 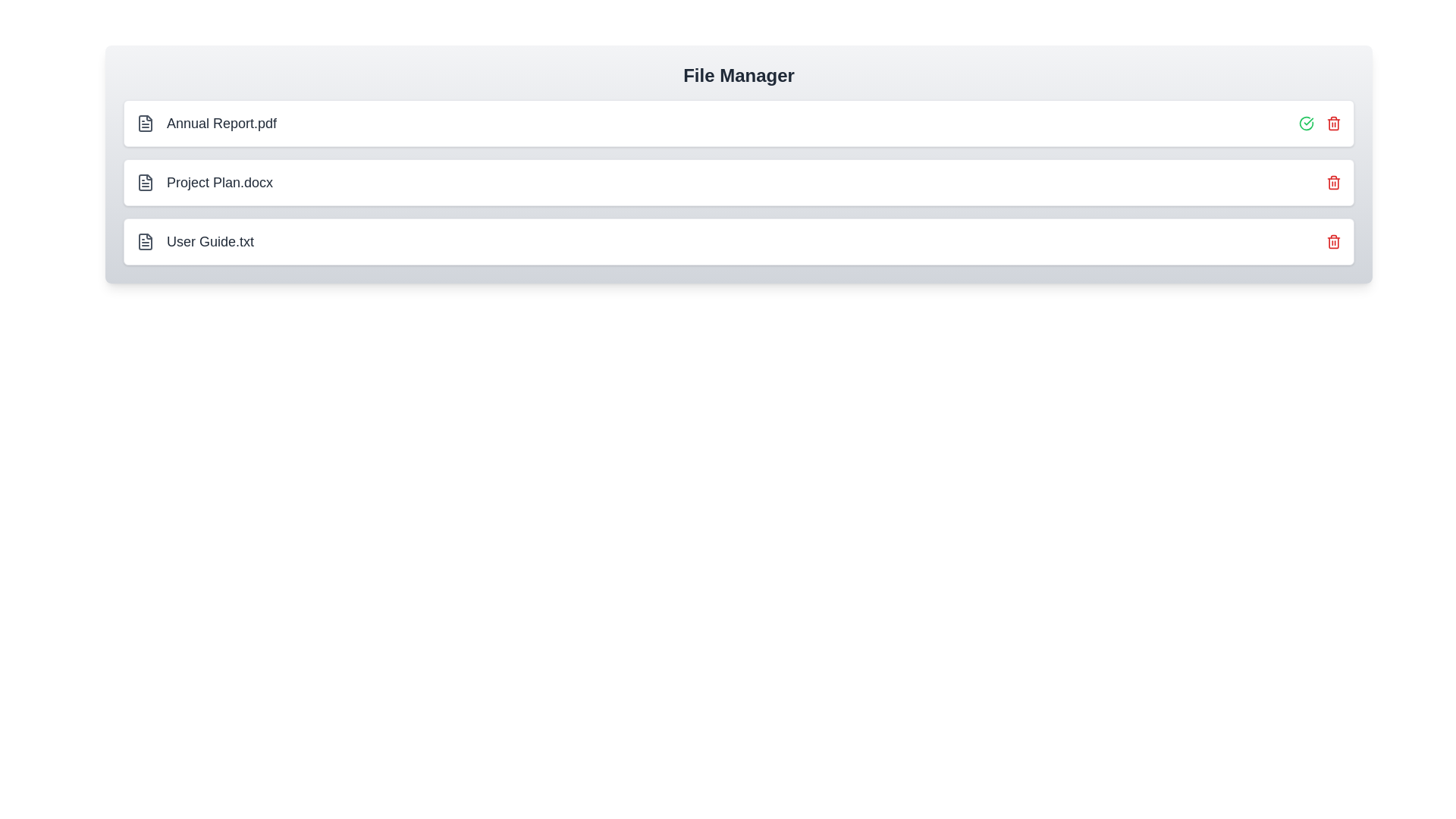 I want to click on the static text label displaying the file name 'Project Plan.docx', which is the second item in a list of three file entries in a file management interface, so click(x=219, y=181).